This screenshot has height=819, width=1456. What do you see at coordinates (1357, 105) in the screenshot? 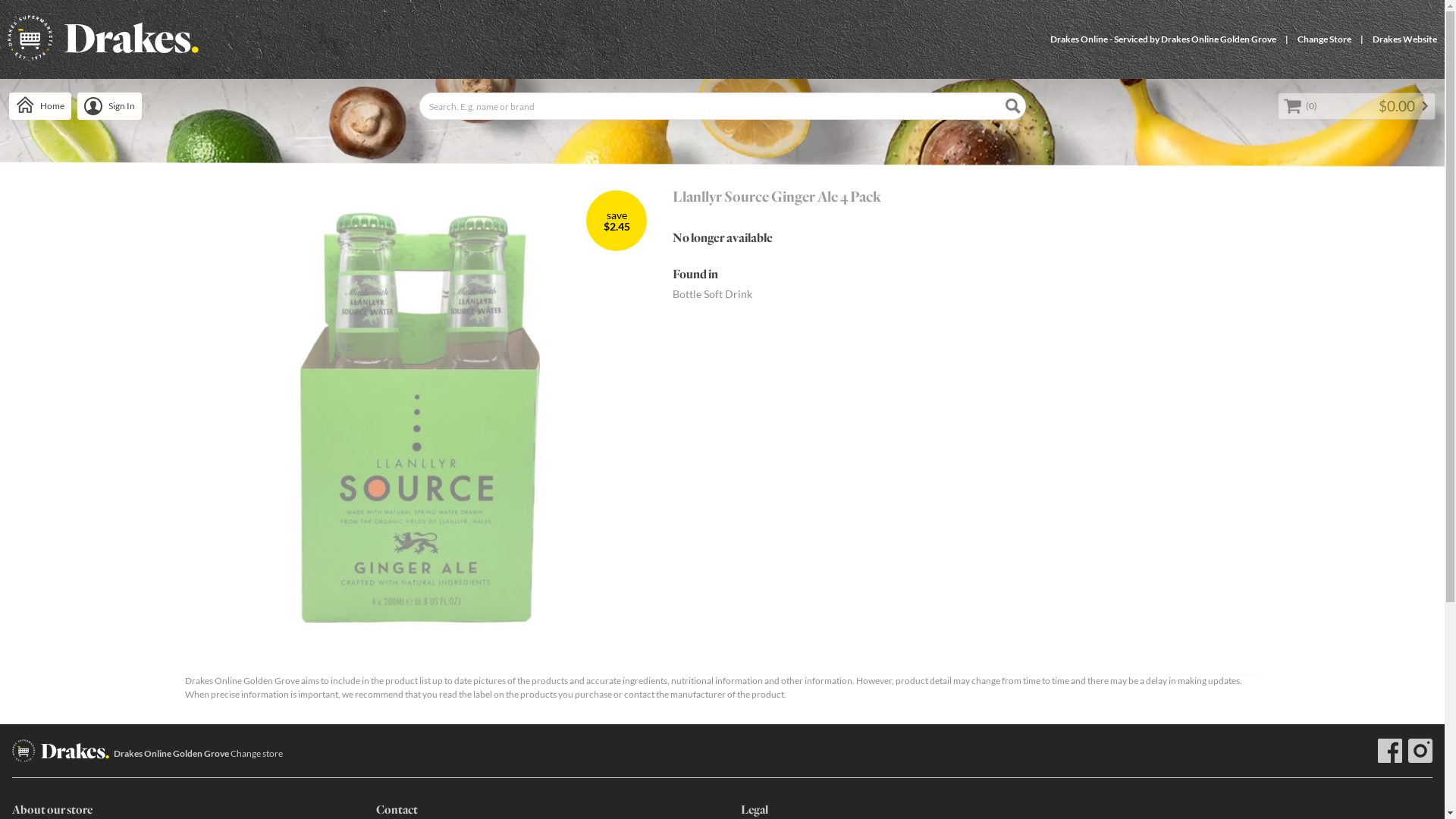
I see `'(0)` at bounding box center [1357, 105].